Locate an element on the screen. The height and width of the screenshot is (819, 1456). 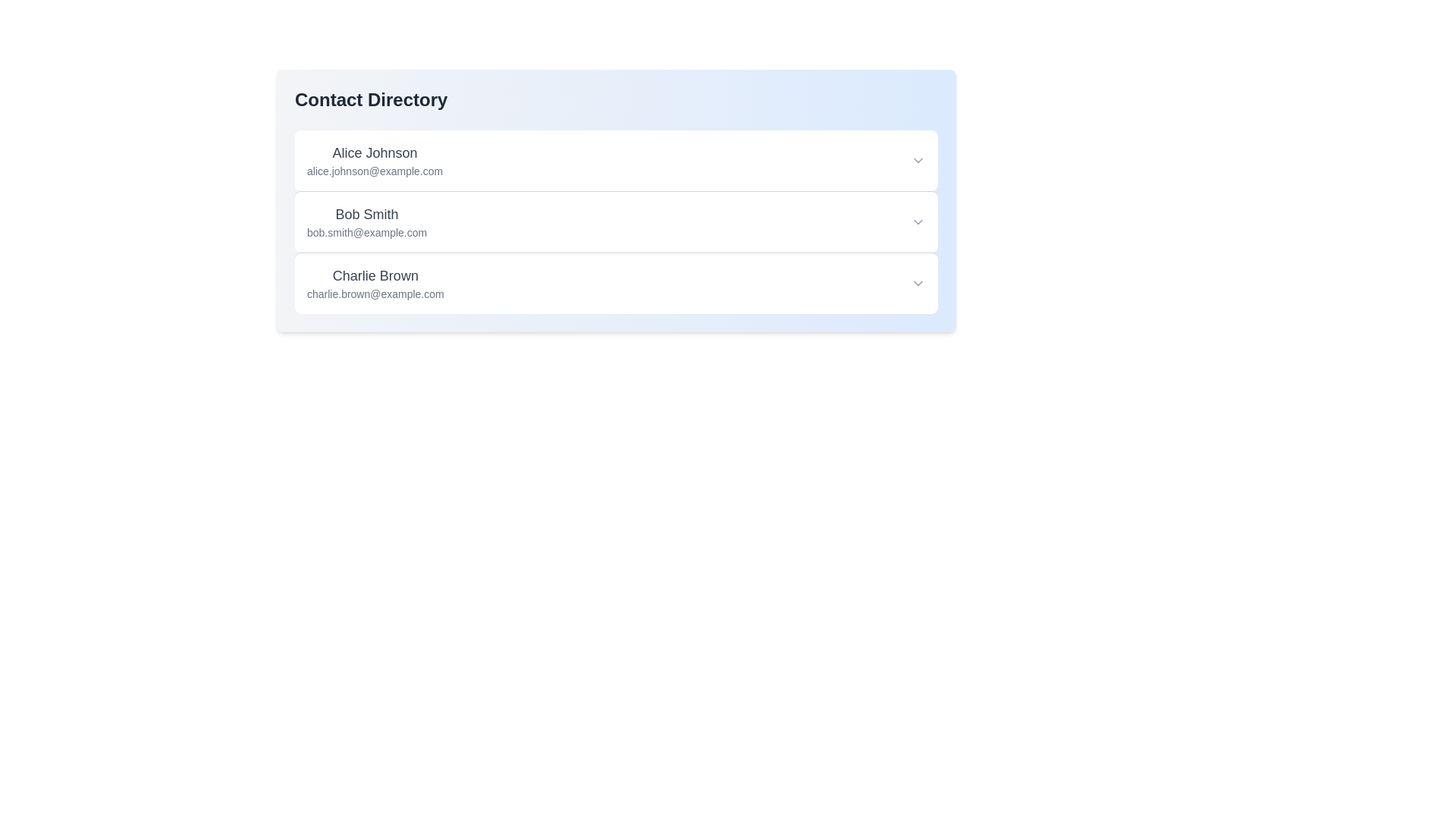
displayed contact information for the entry 'Charlie Brown' which includes the name in bold and the email in lighter gray is located at coordinates (375, 284).